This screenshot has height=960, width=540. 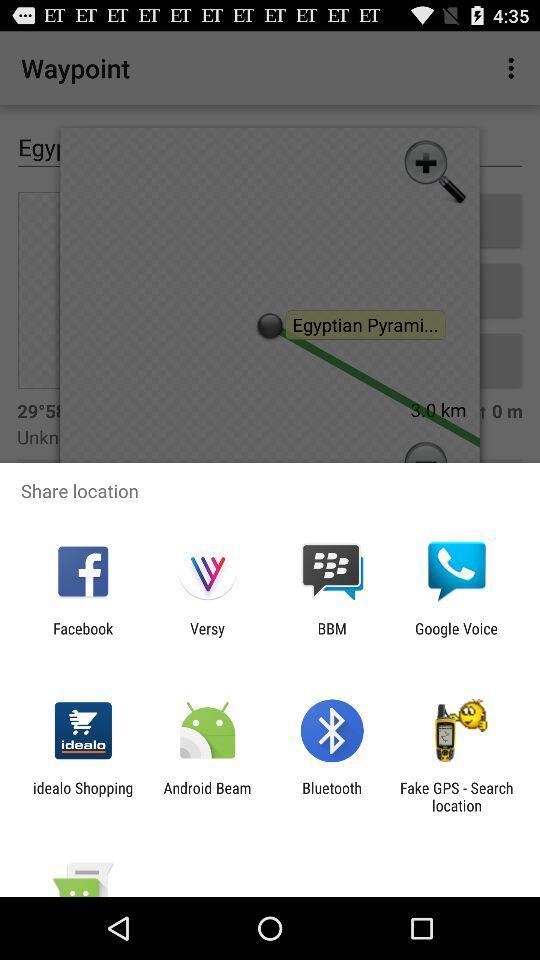 I want to click on item next to versy app, so click(x=332, y=636).